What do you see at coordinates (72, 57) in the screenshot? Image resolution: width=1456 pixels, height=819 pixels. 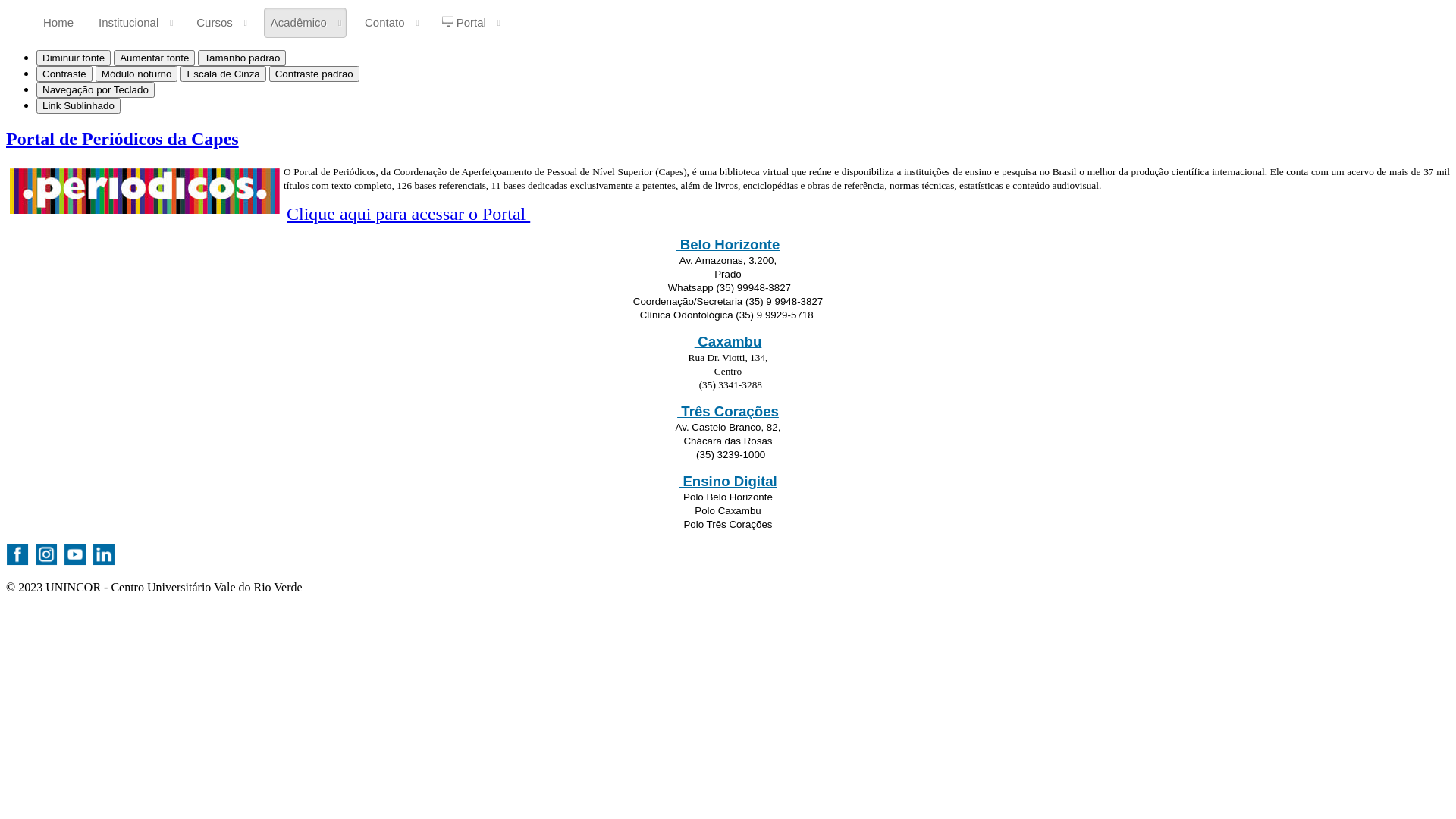 I see `'Diminuir fonte'` at bounding box center [72, 57].